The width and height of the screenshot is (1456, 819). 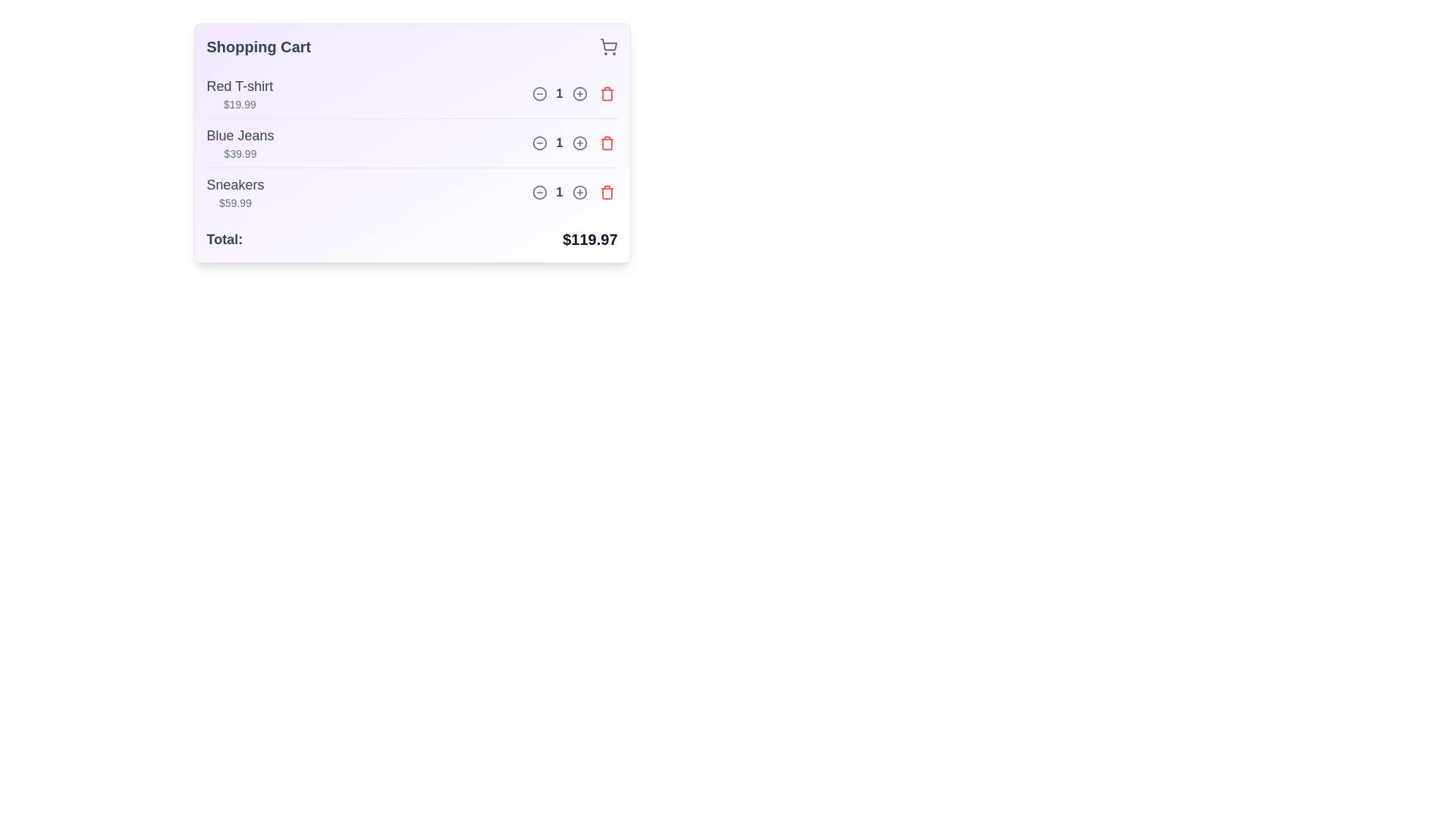 What do you see at coordinates (607, 192) in the screenshot?
I see `the icon button in the bottom-right corner of the shopping cart list` at bounding box center [607, 192].